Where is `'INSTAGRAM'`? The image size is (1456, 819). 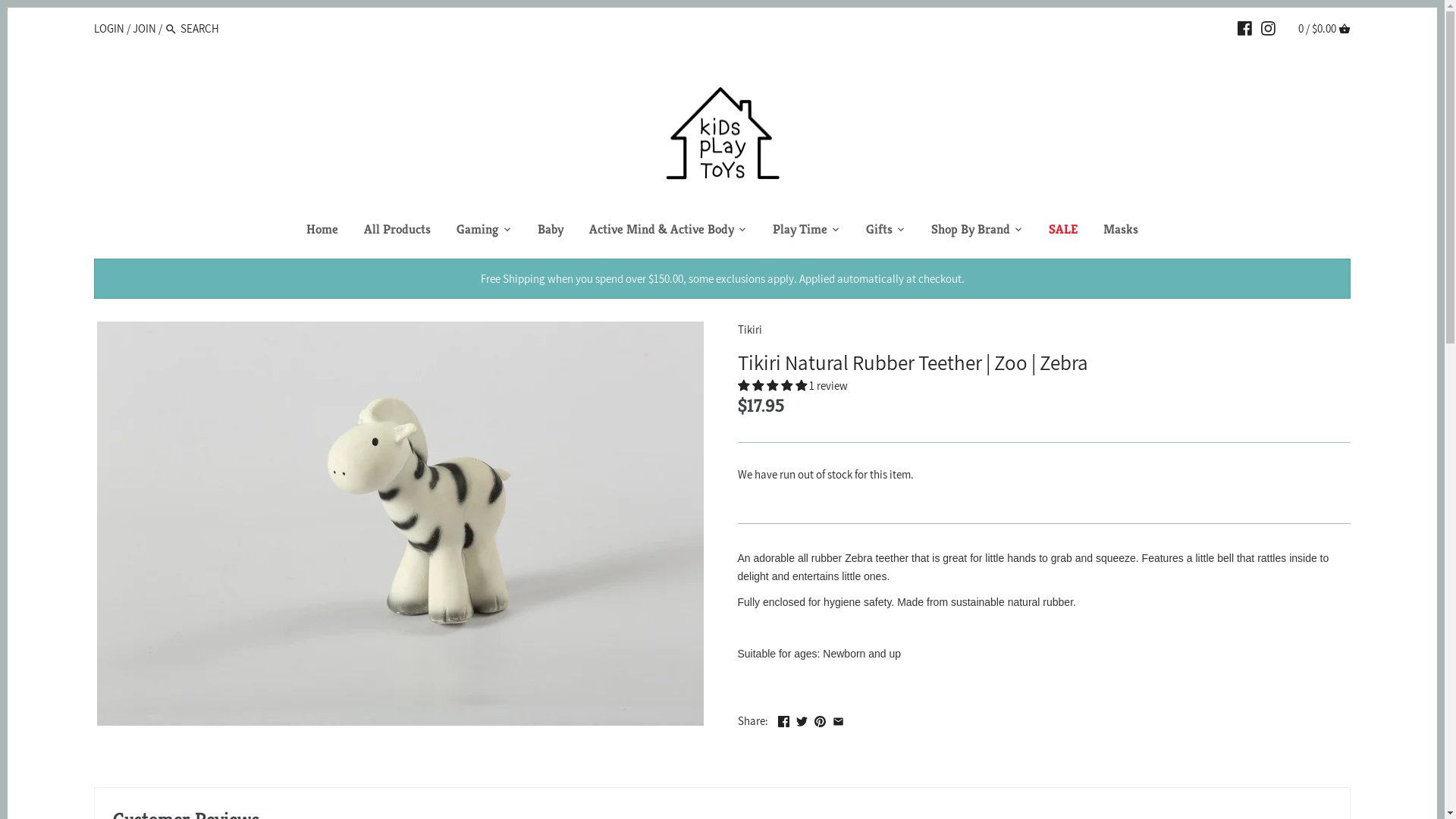
'INSTAGRAM' is located at coordinates (1268, 28).